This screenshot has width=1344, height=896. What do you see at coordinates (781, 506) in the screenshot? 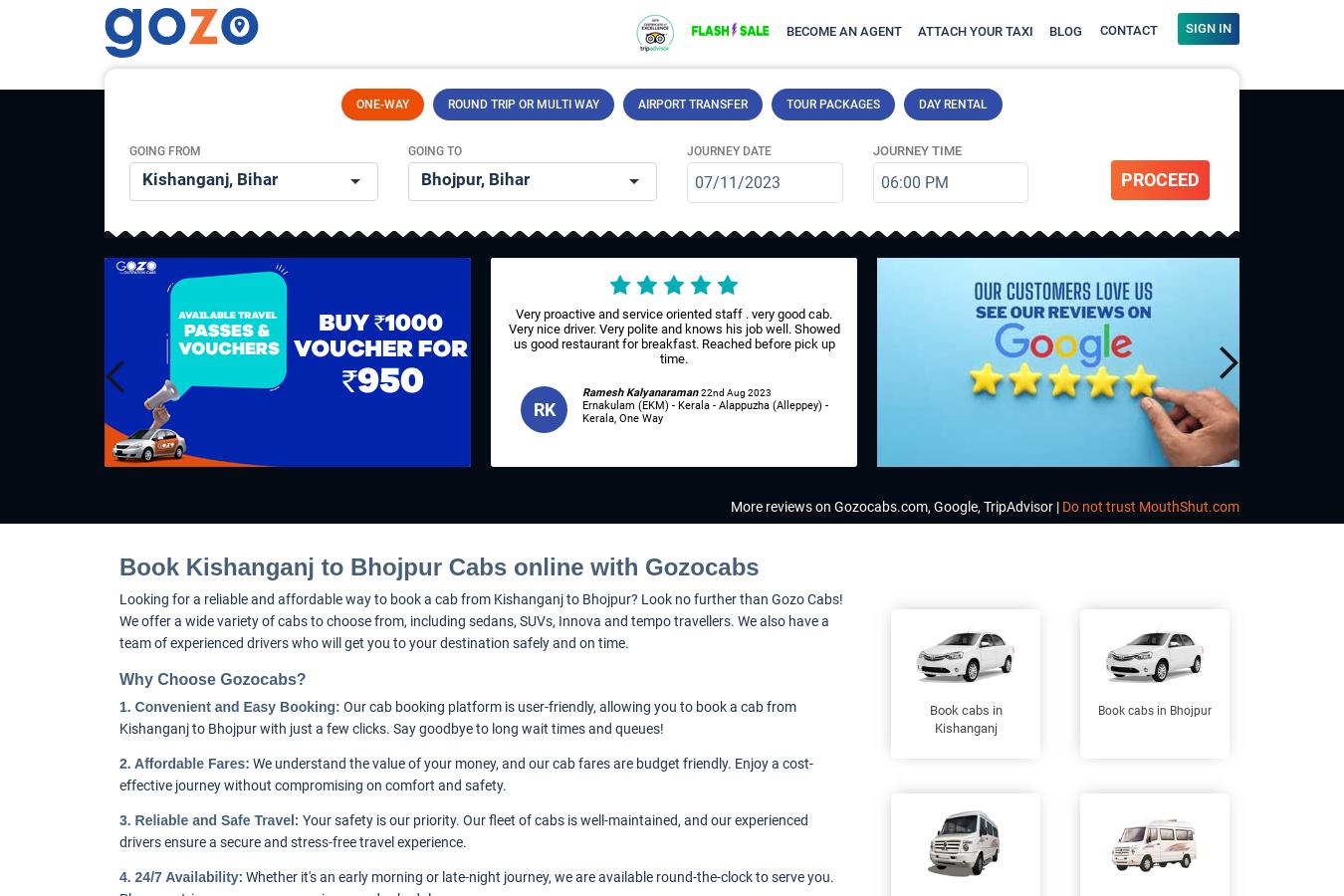
I see `'More reviews on'` at bounding box center [781, 506].